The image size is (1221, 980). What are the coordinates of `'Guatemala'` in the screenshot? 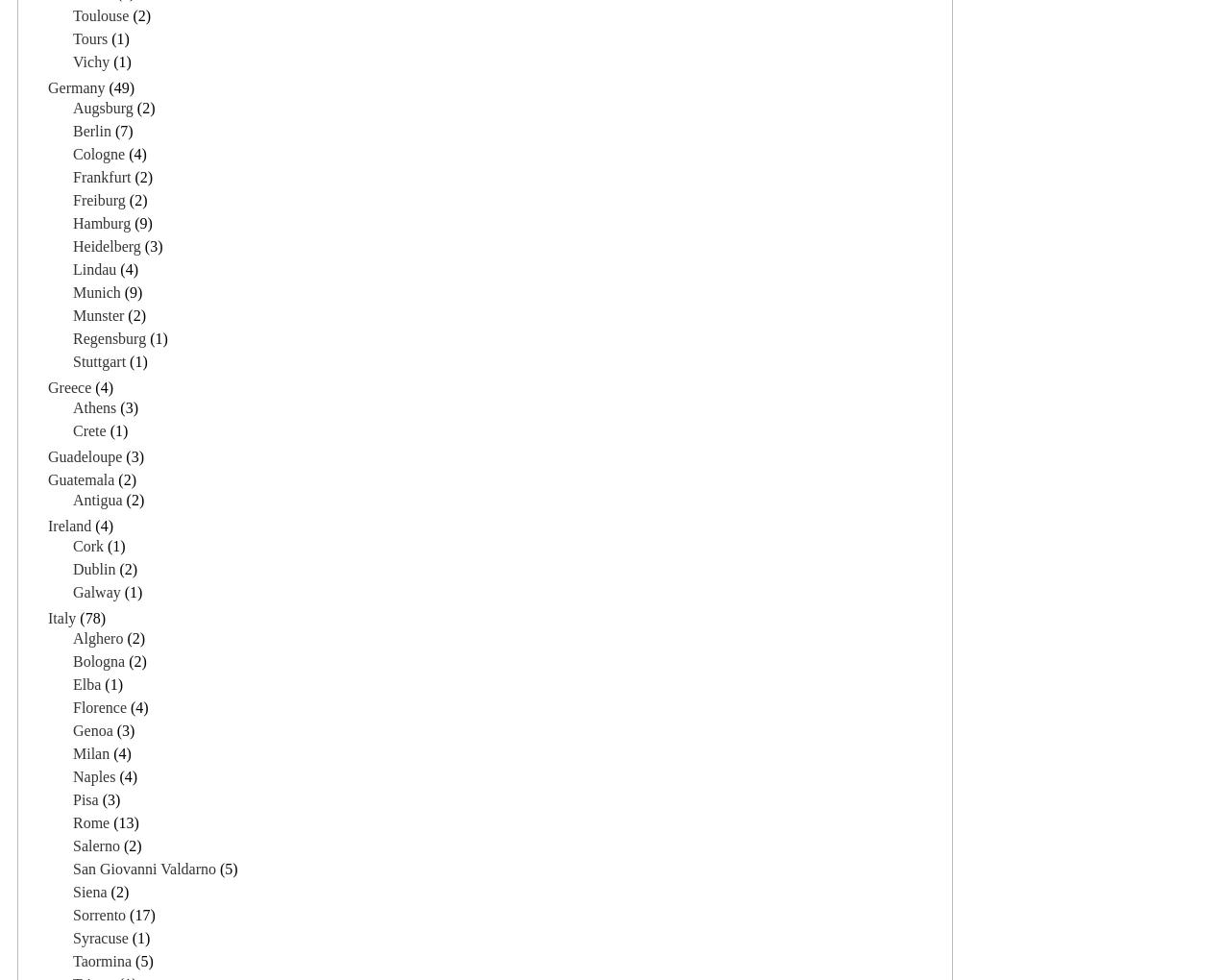 It's located at (46, 478).